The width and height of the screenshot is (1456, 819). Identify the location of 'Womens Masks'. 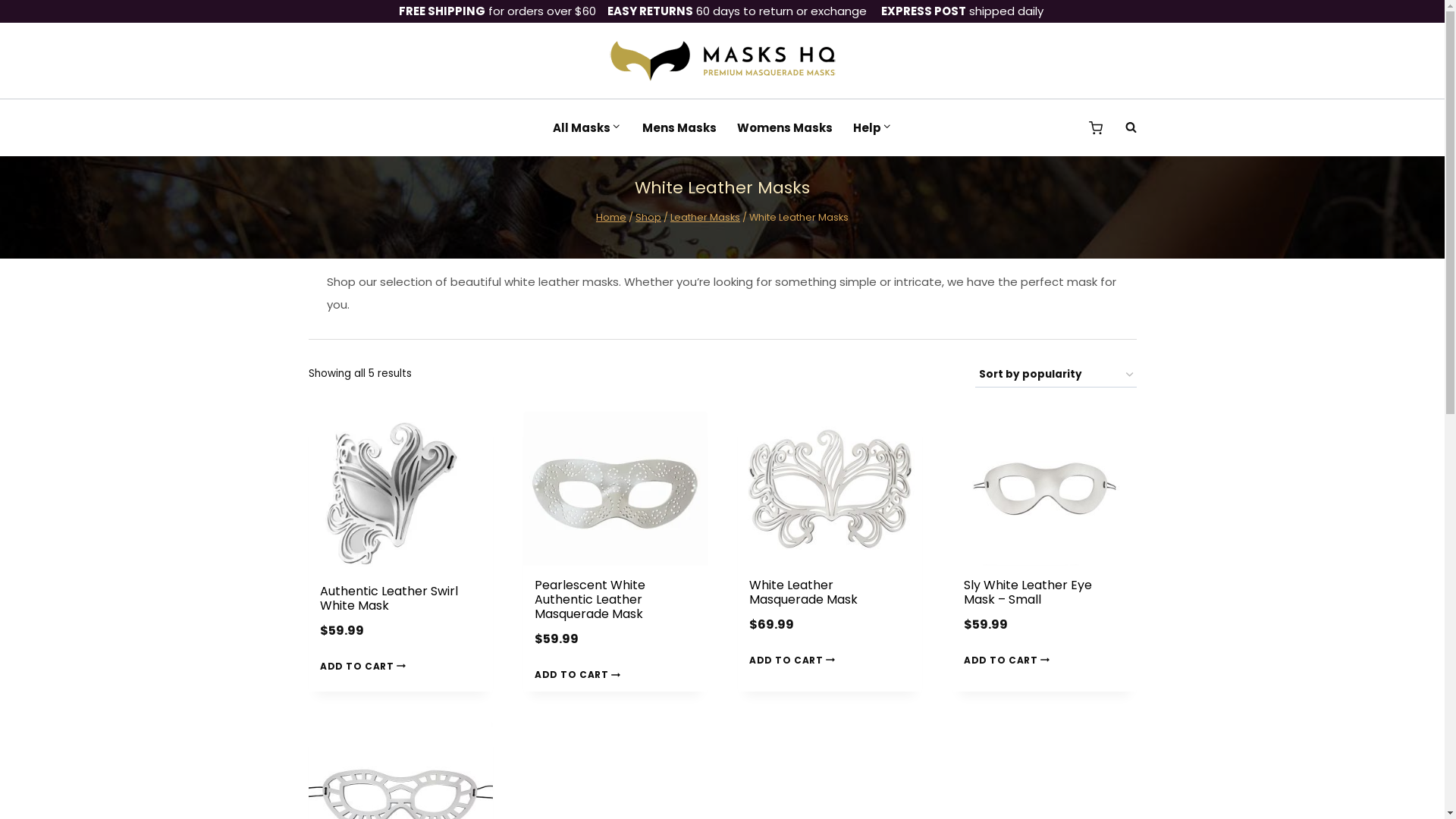
(784, 127).